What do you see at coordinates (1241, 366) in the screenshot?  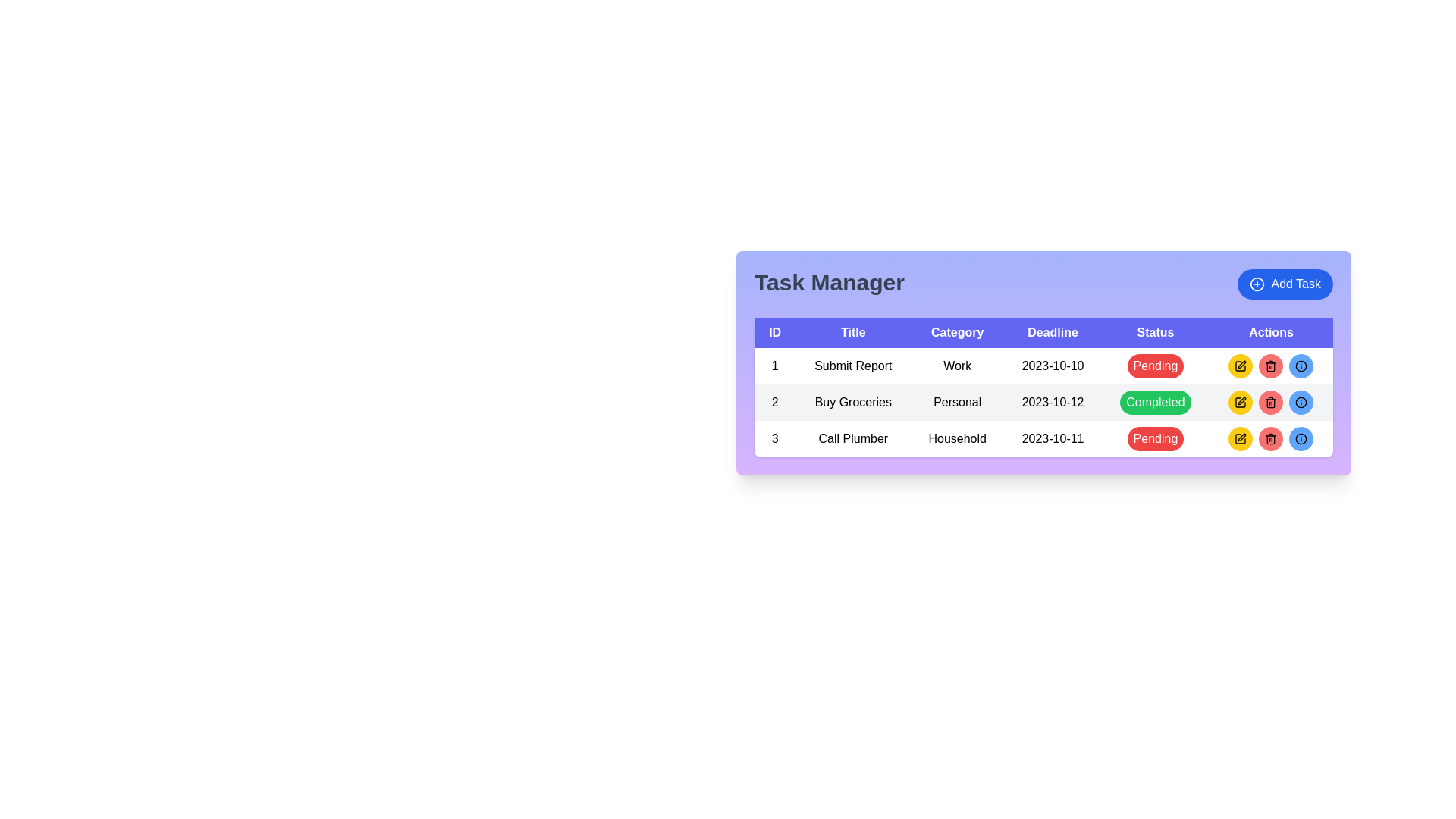 I see `the circular yellow button with a black pen icon` at bounding box center [1241, 366].